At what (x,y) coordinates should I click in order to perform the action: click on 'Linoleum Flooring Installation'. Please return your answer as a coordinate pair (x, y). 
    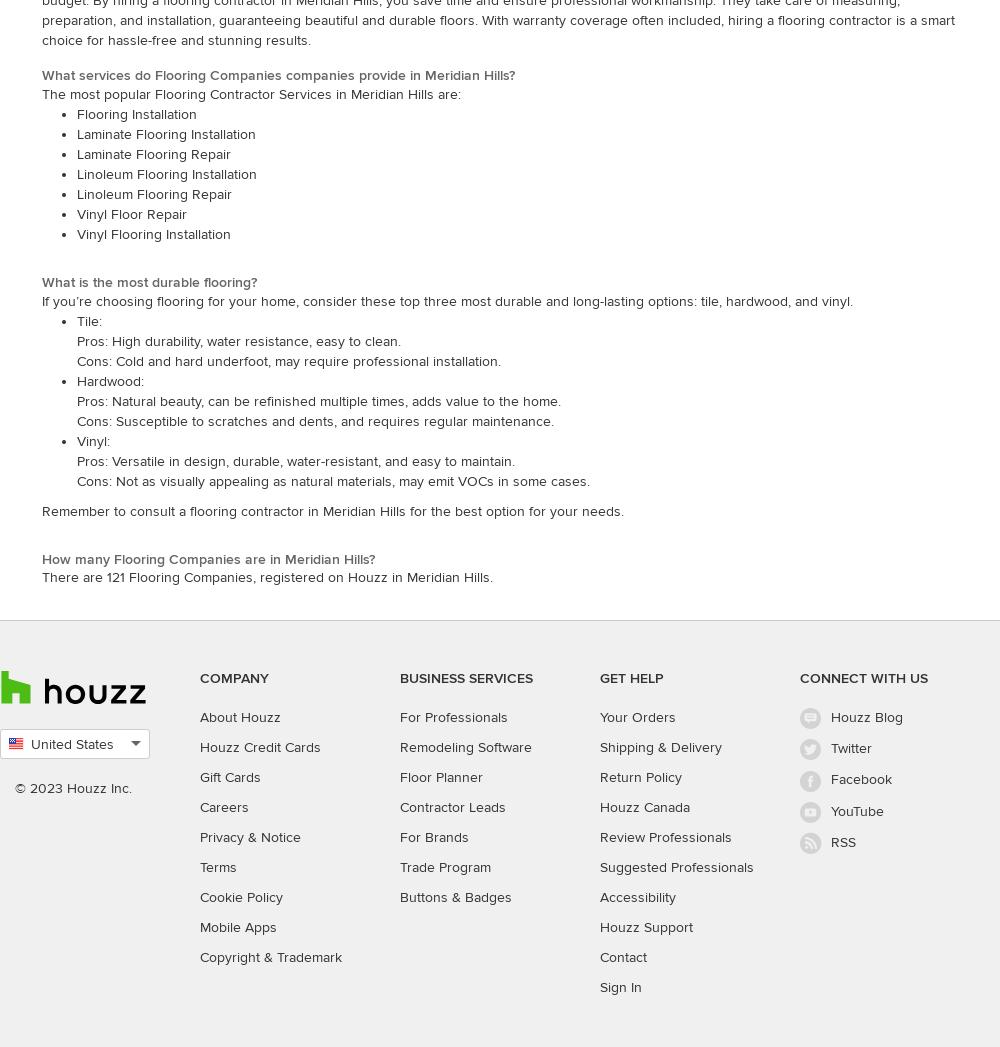
    Looking at the image, I should click on (167, 173).